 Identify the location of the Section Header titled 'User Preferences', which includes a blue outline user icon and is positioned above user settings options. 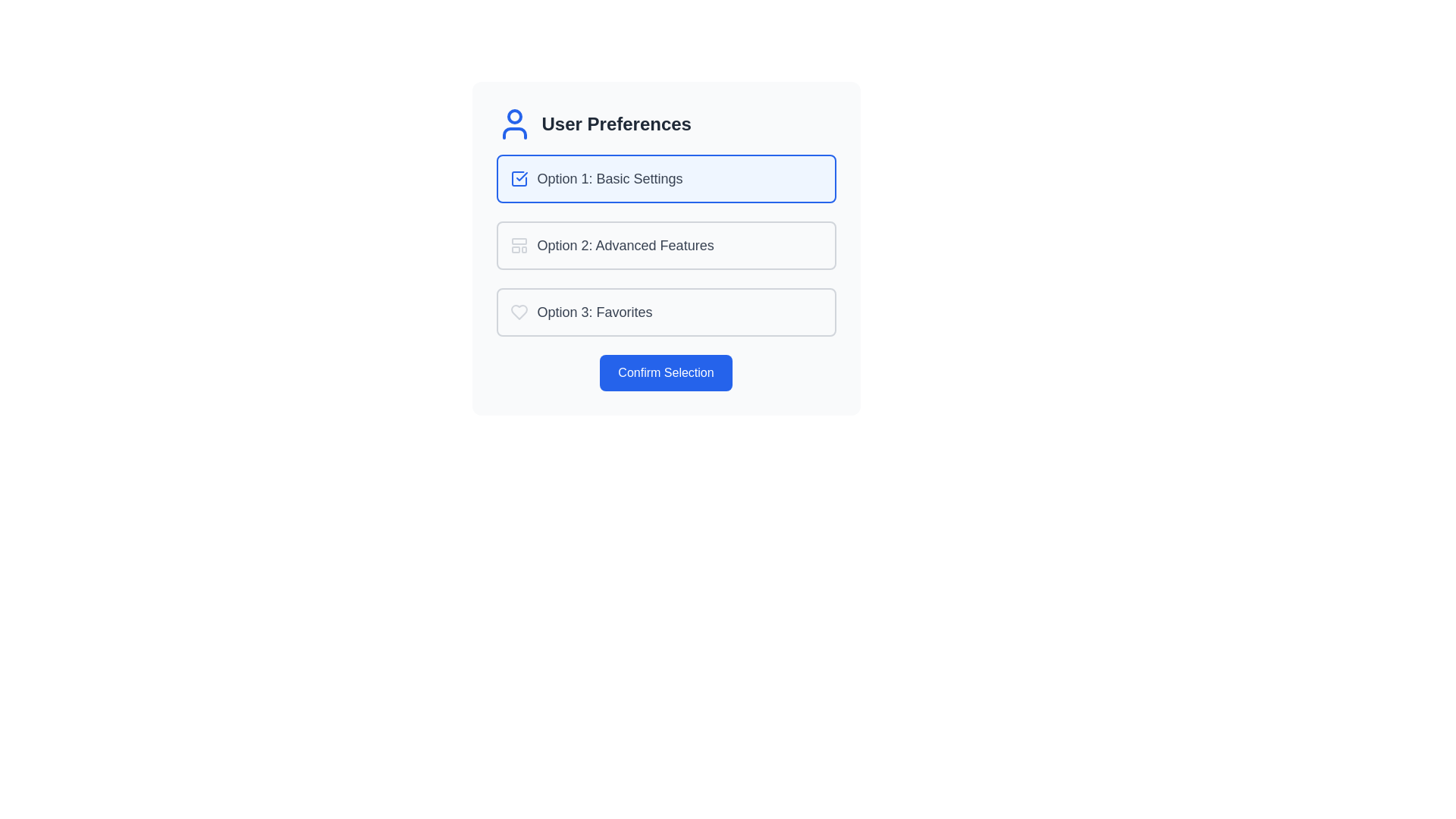
(666, 124).